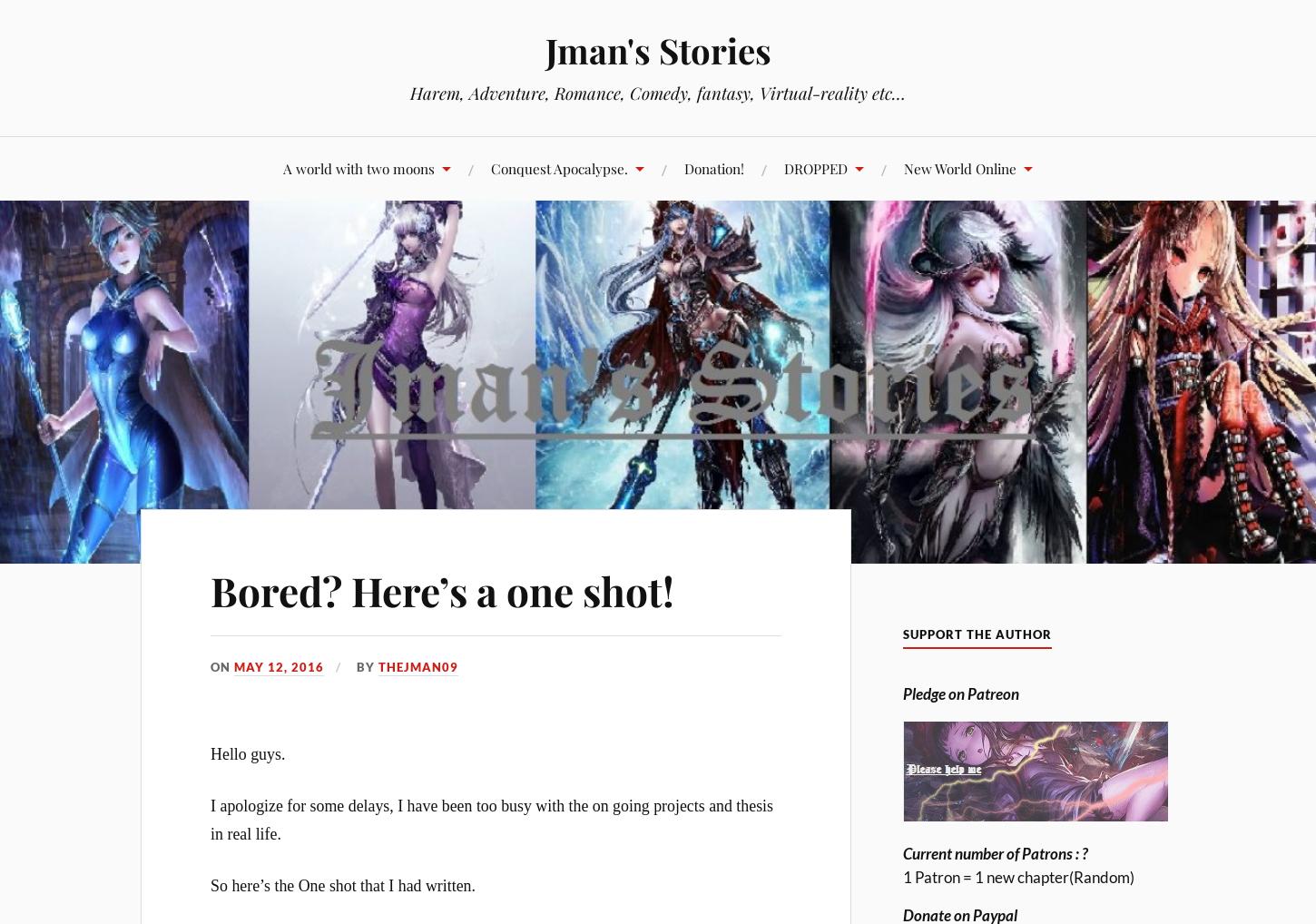 The width and height of the screenshot is (1316, 924). Describe the element at coordinates (283, 167) in the screenshot. I see `'A world with two moons'` at that location.